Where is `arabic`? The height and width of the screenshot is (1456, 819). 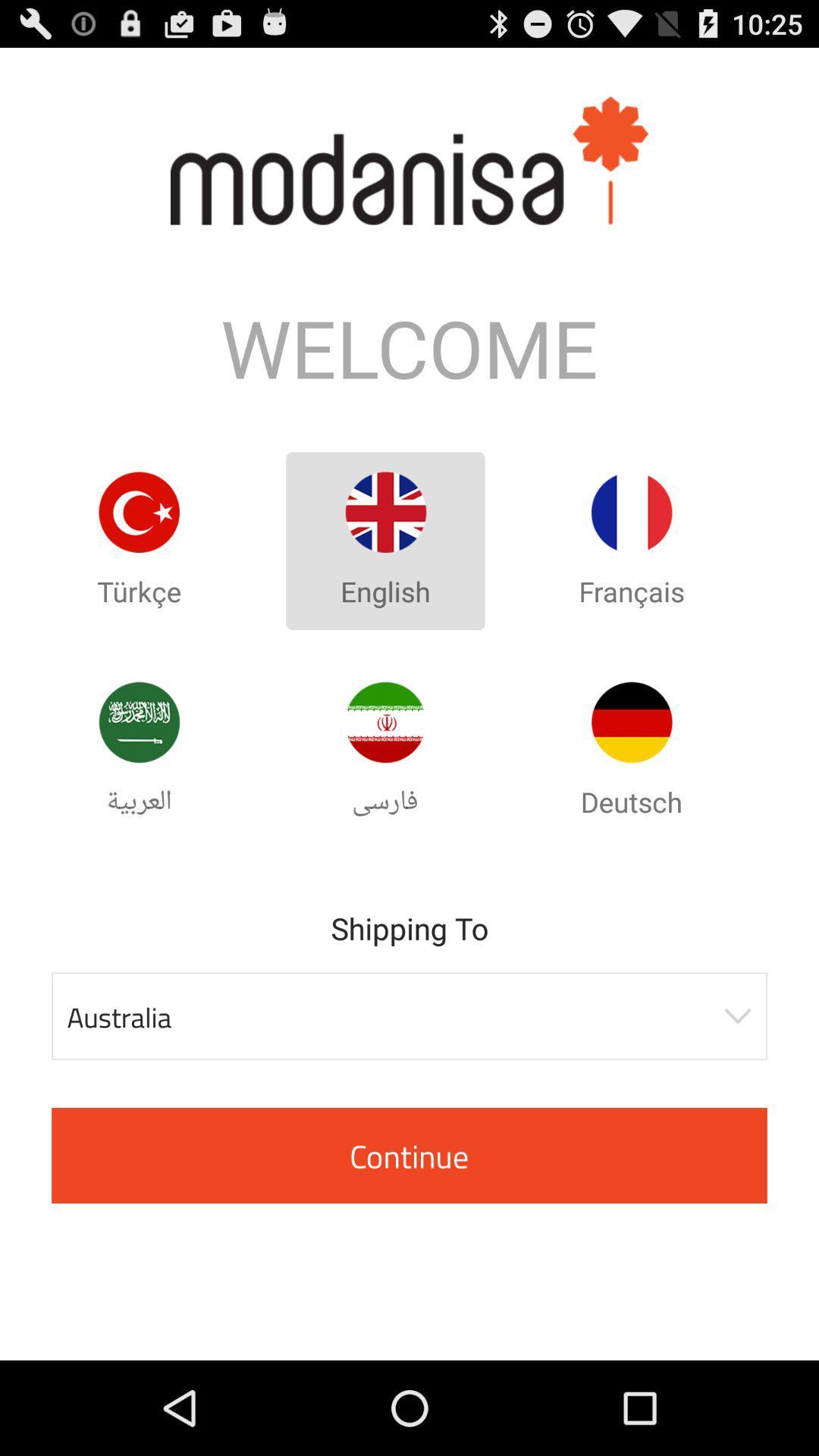
arabic is located at coordinates (384, 721).